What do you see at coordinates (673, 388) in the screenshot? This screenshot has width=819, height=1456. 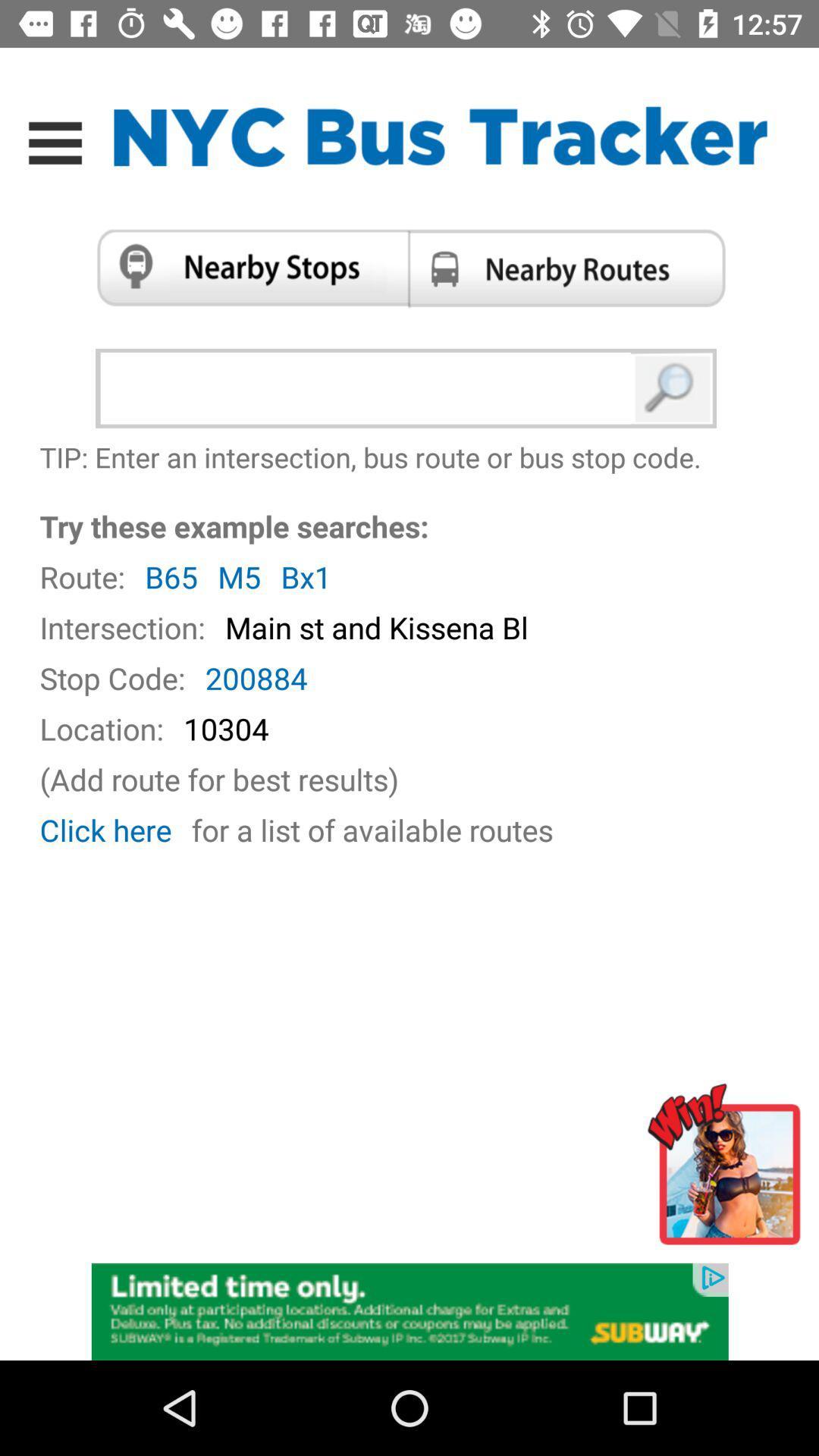 I see `search` at bounding box center [673, 388].